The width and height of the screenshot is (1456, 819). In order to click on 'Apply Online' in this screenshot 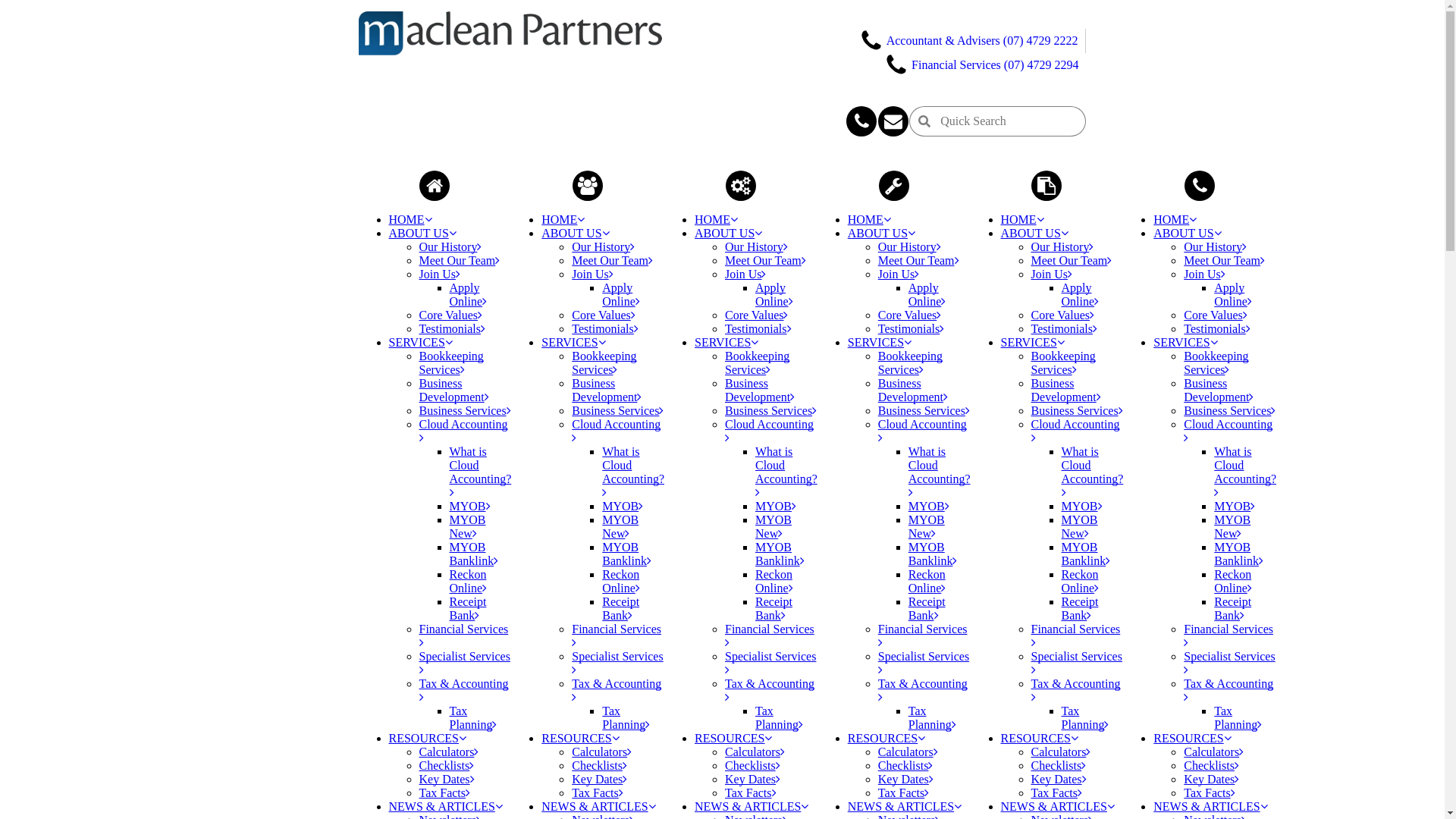, I will do `click(927, 294)`.